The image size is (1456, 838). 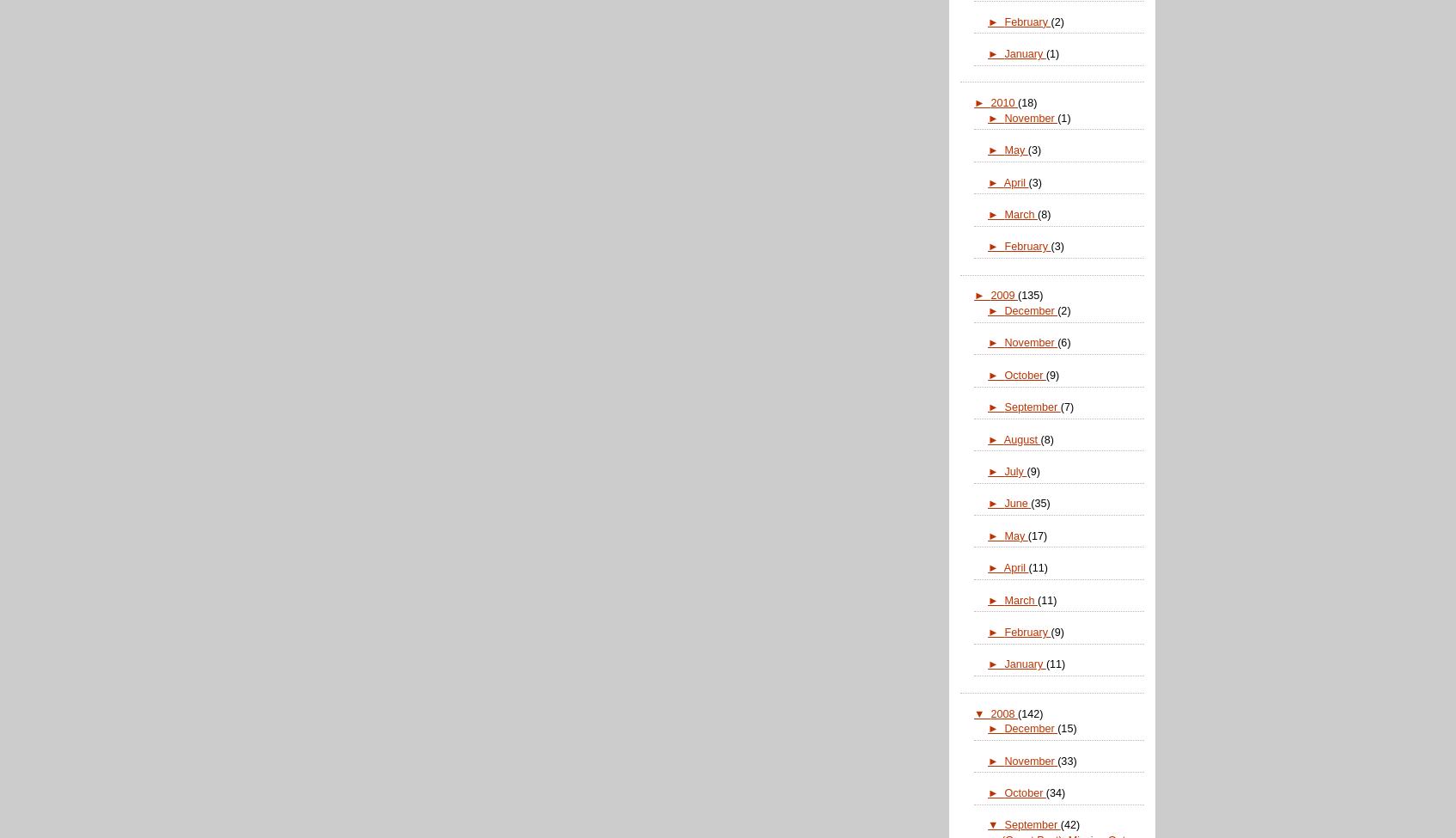 What do you see at coordinates (1030, 294) in the screenshot?
I see `'(135)'` at bounding box center [1030, 294].